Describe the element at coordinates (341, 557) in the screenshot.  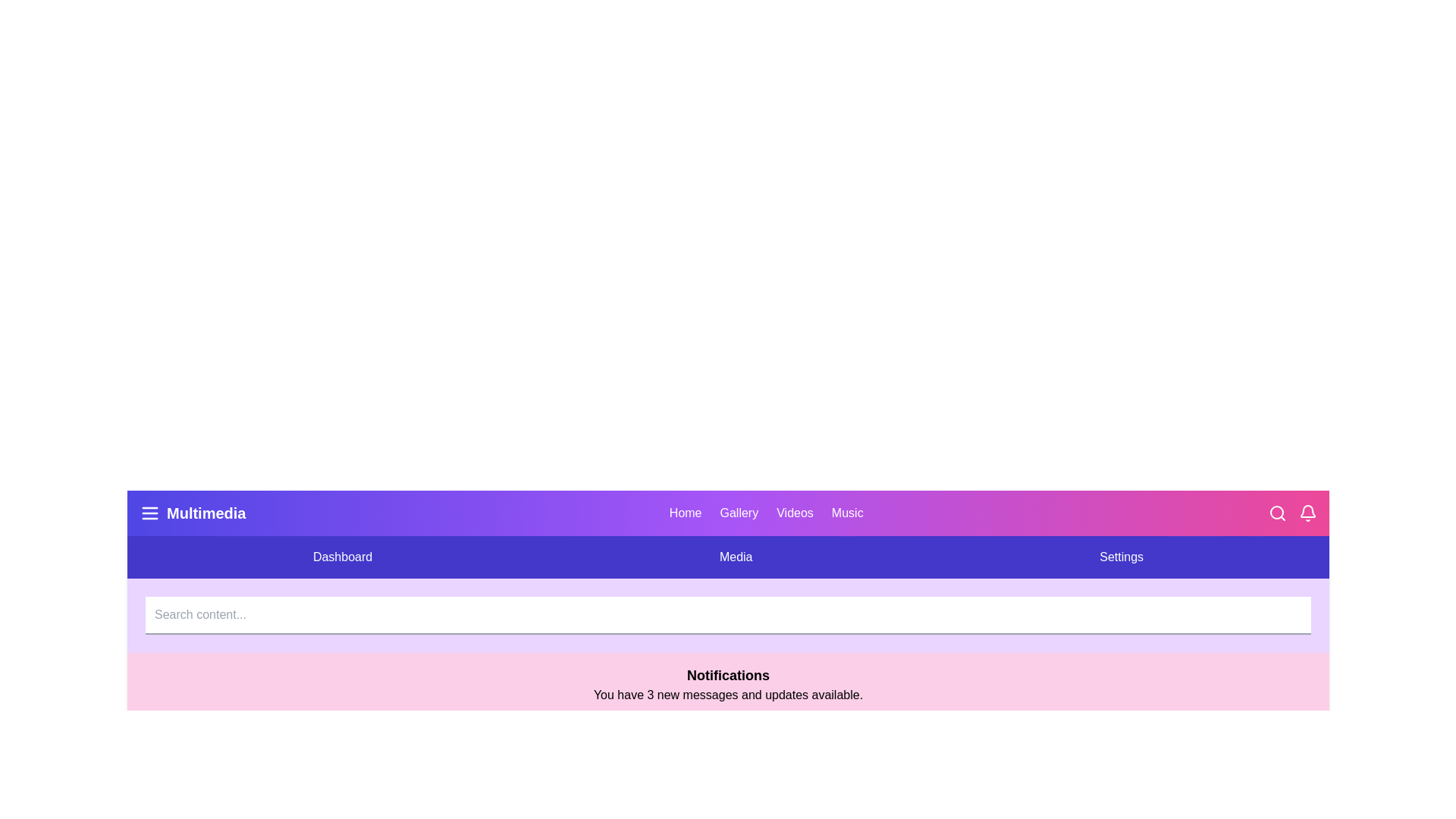
I see `the sub-menu item Dashboard` at that location.